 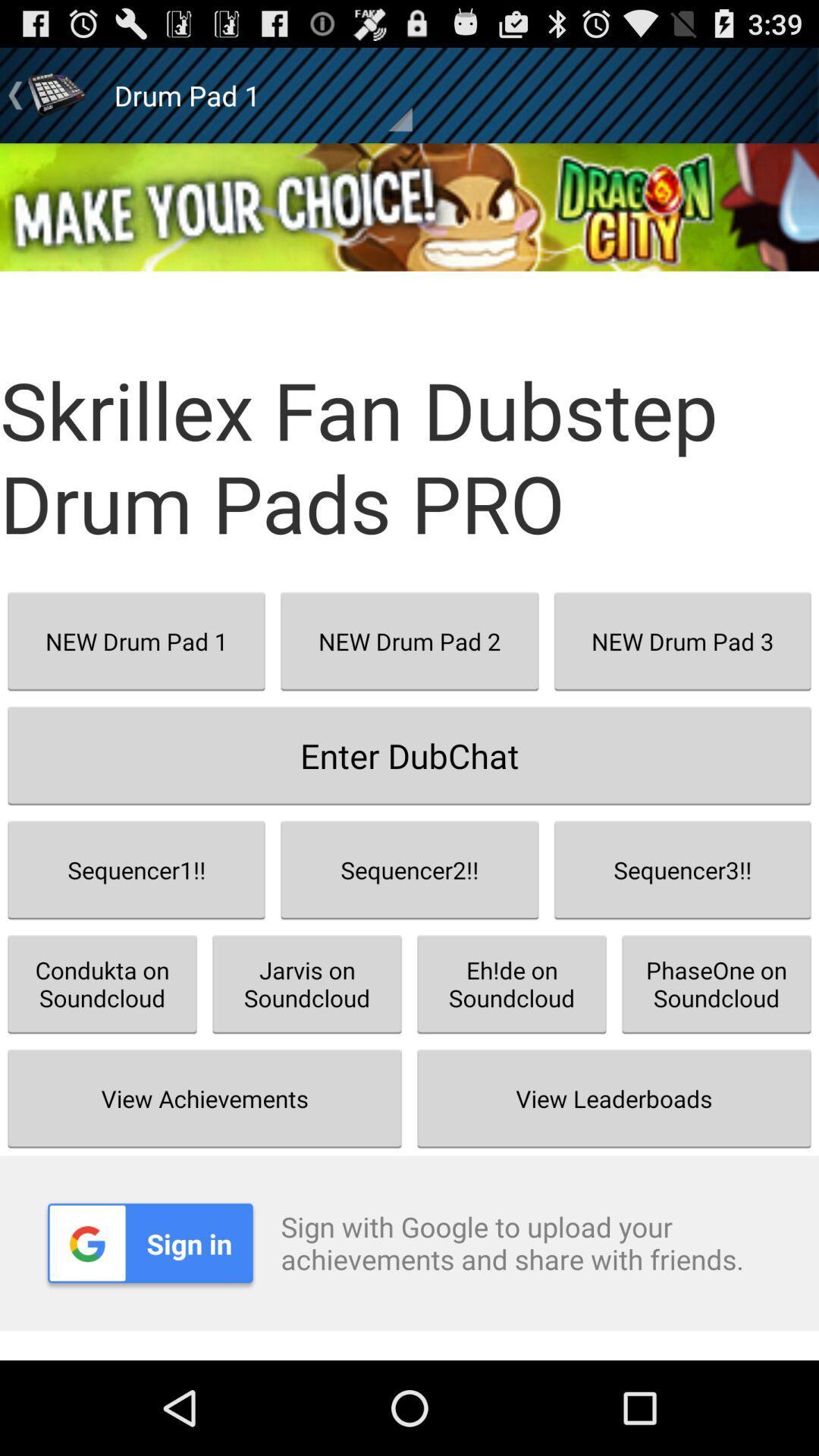 What do you see at coordinates (150, 1243) in the screenshot?
I see `the sign in icon` at bounding box center [150, 1243].